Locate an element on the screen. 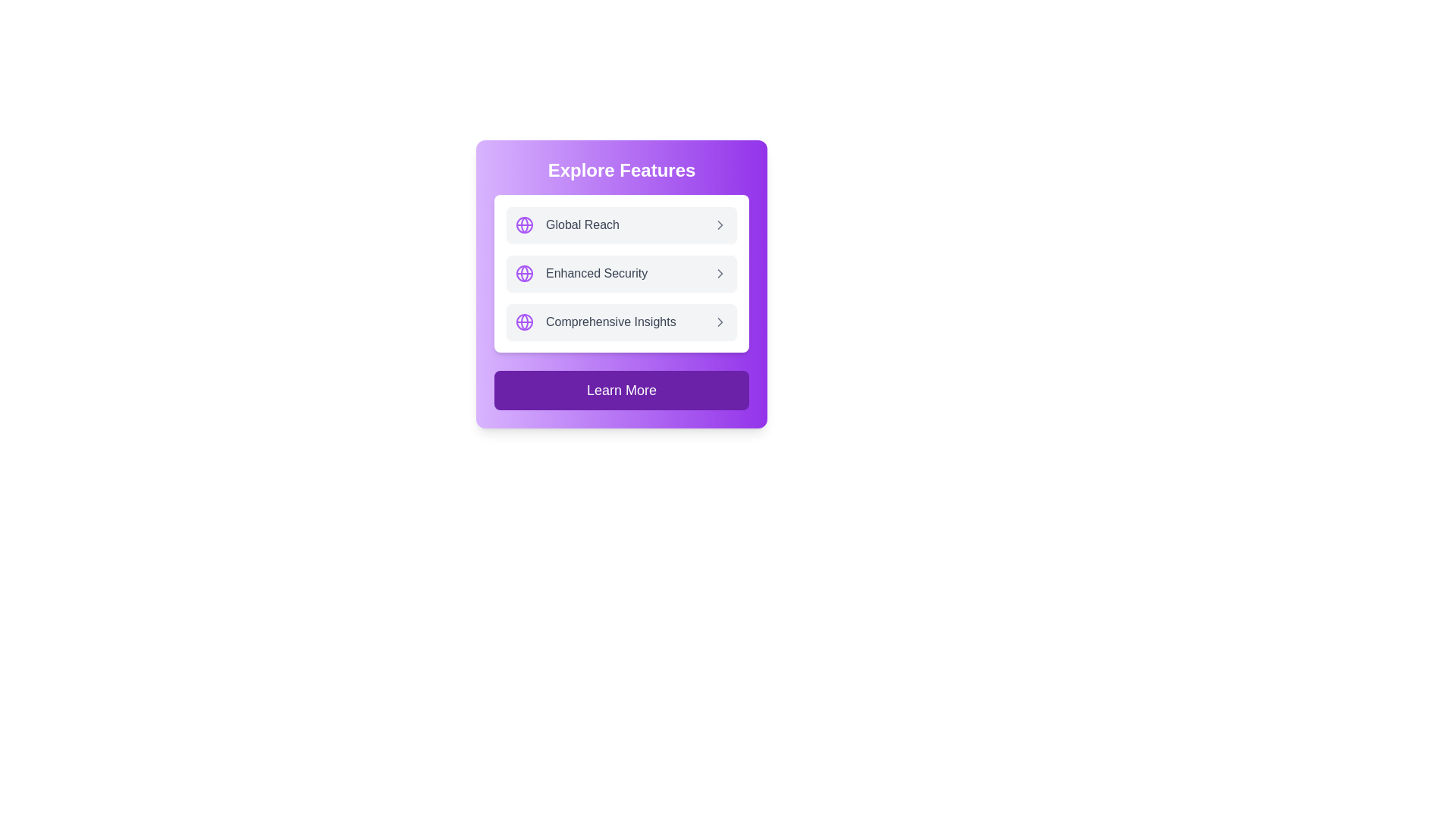 The width and height of the screenshot is (1456, 819). first interactive list item titled 'Global Reach' with a purple globe icon and right-arrow icon for attributes is located at coordinates (622, 225).